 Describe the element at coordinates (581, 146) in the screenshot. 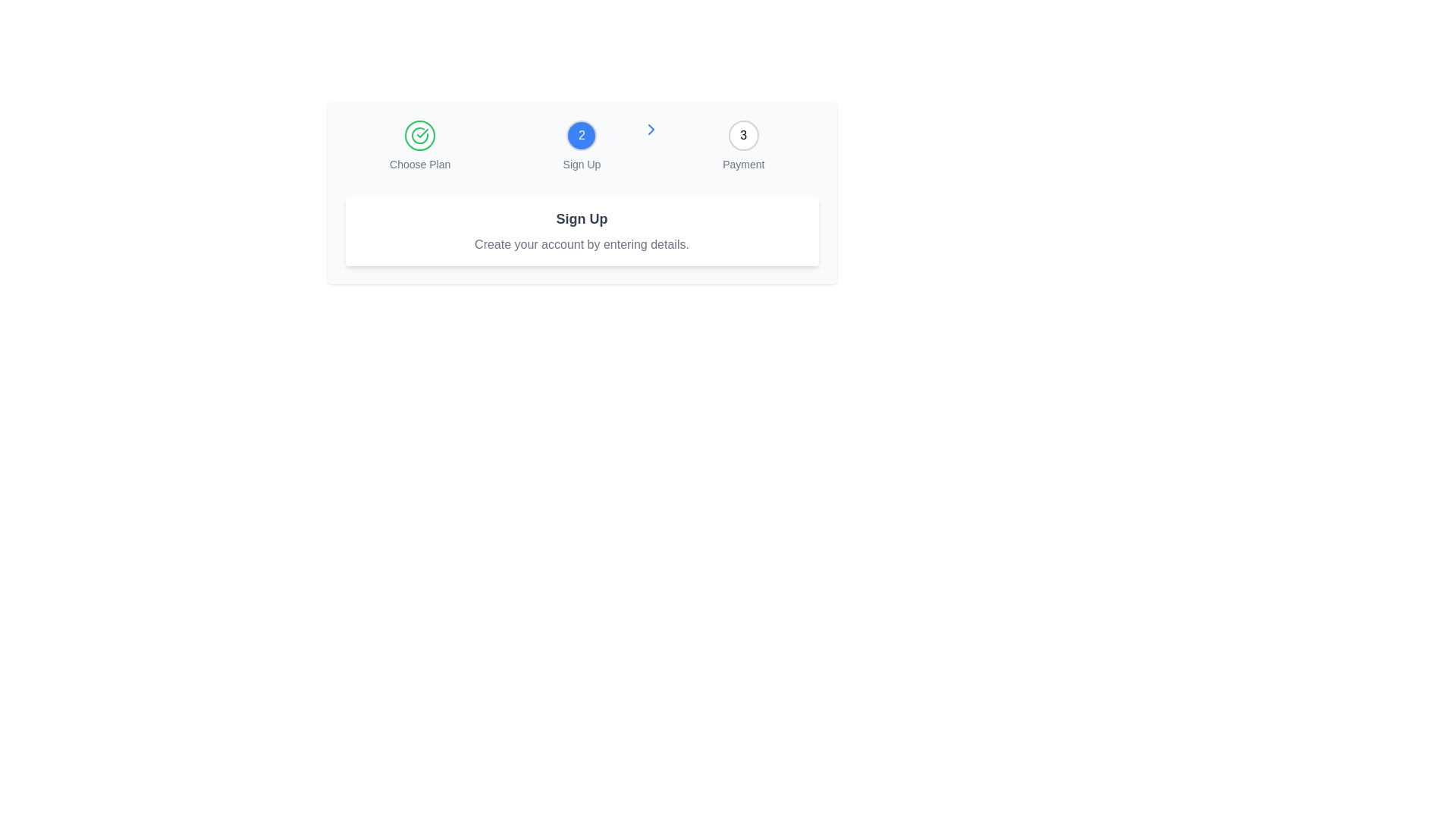

I see `the 'Sign Up' step of the Progress Indicator` at that location.